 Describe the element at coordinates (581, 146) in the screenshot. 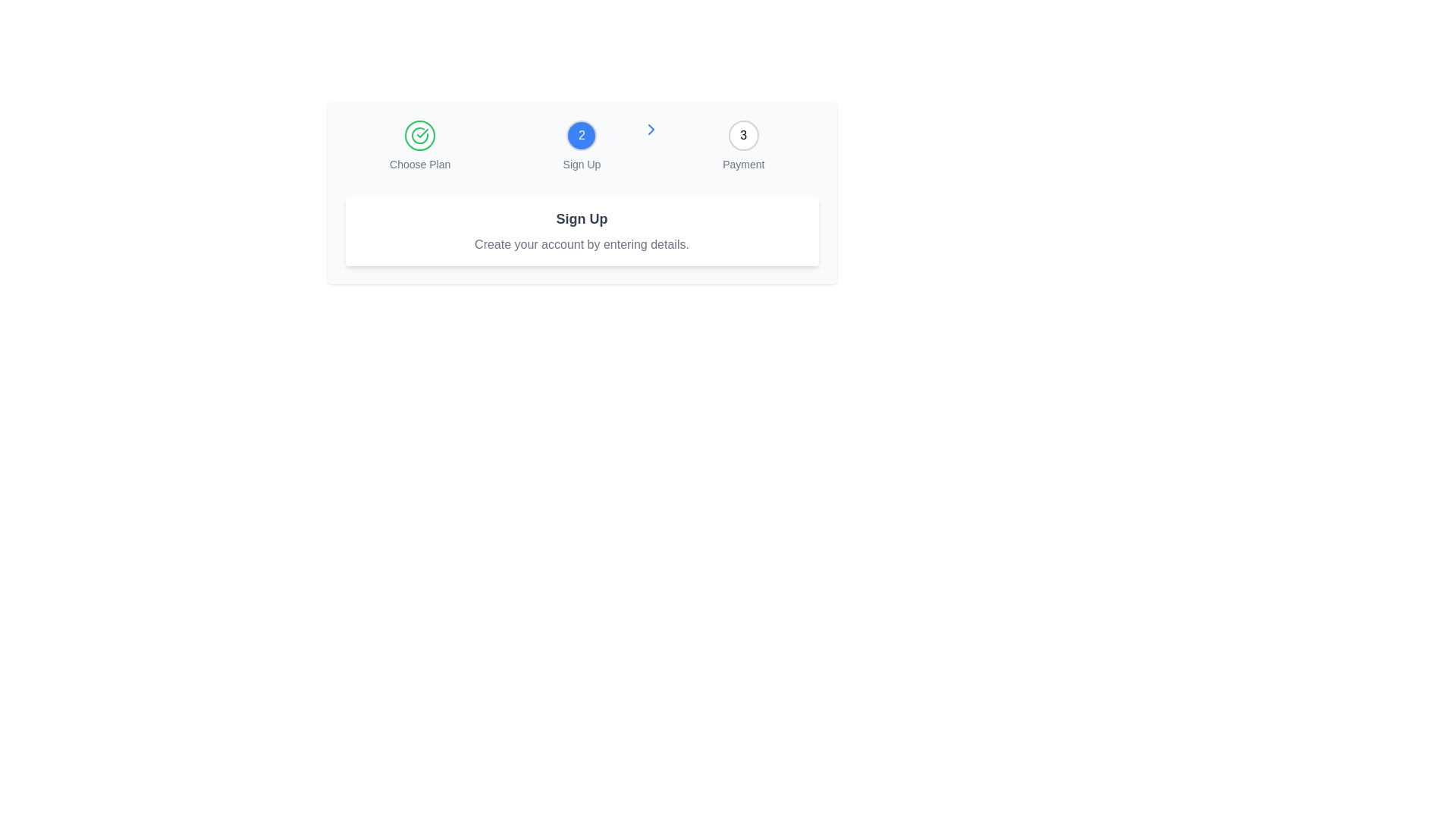

I see `the 'Sign Up' step of the Progress Indicator` at that location.